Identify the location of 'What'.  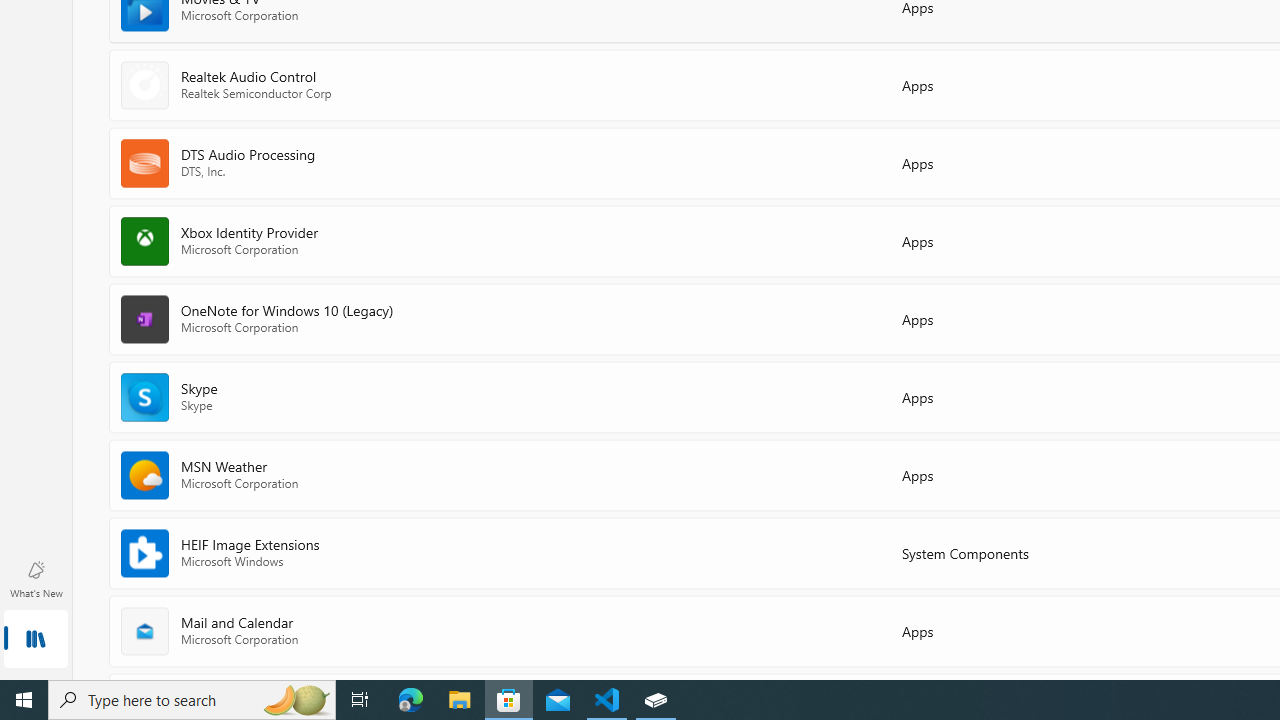
(35, 578).